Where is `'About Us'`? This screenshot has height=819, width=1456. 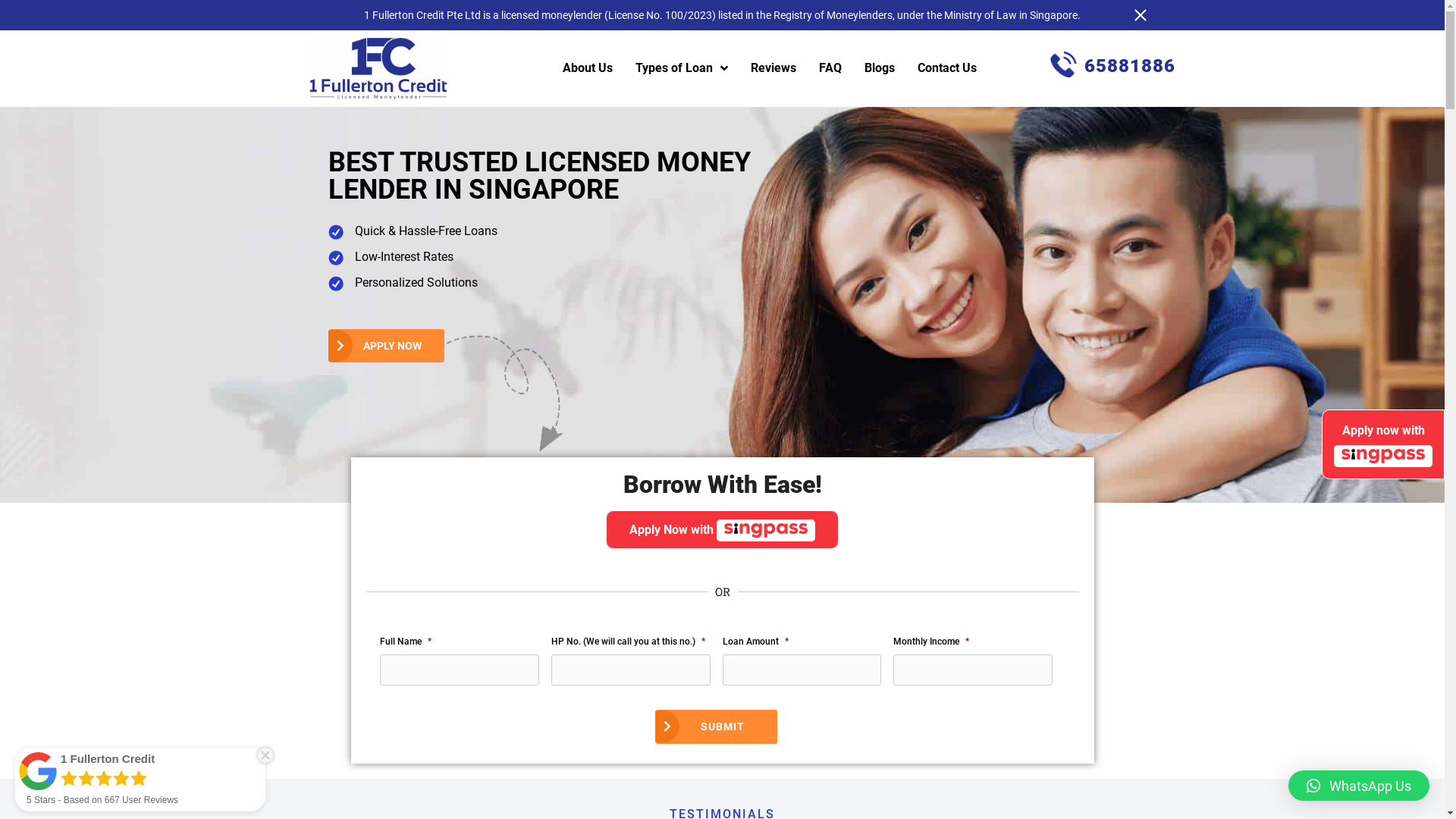 'About Us' is located at coordinates (586, 67).